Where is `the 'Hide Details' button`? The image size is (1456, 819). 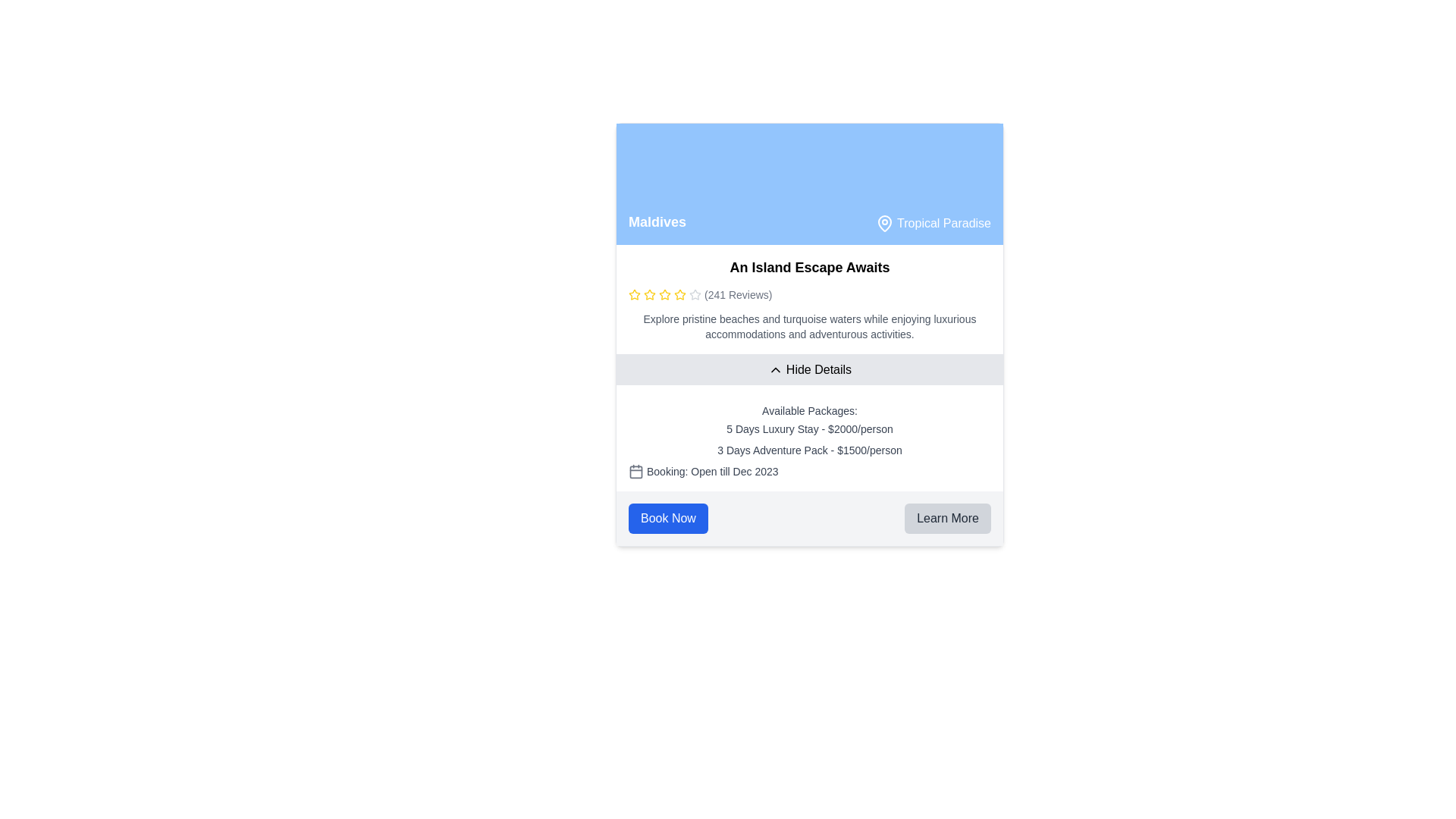 the 'Hide Details' button is located at coordinates (809, 370).